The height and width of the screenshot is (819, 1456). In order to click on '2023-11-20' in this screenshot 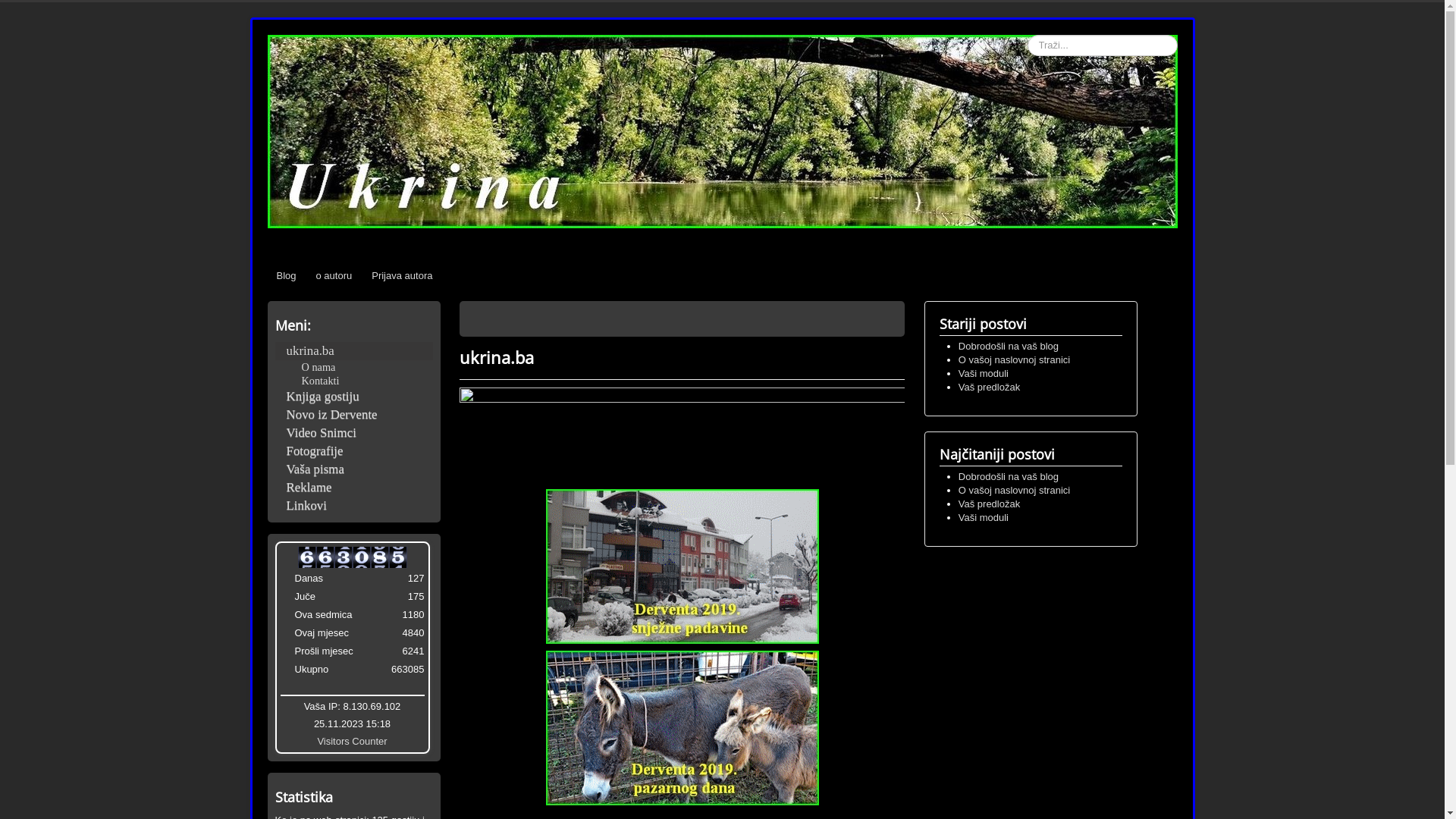, I will do `click(286, 617)`.